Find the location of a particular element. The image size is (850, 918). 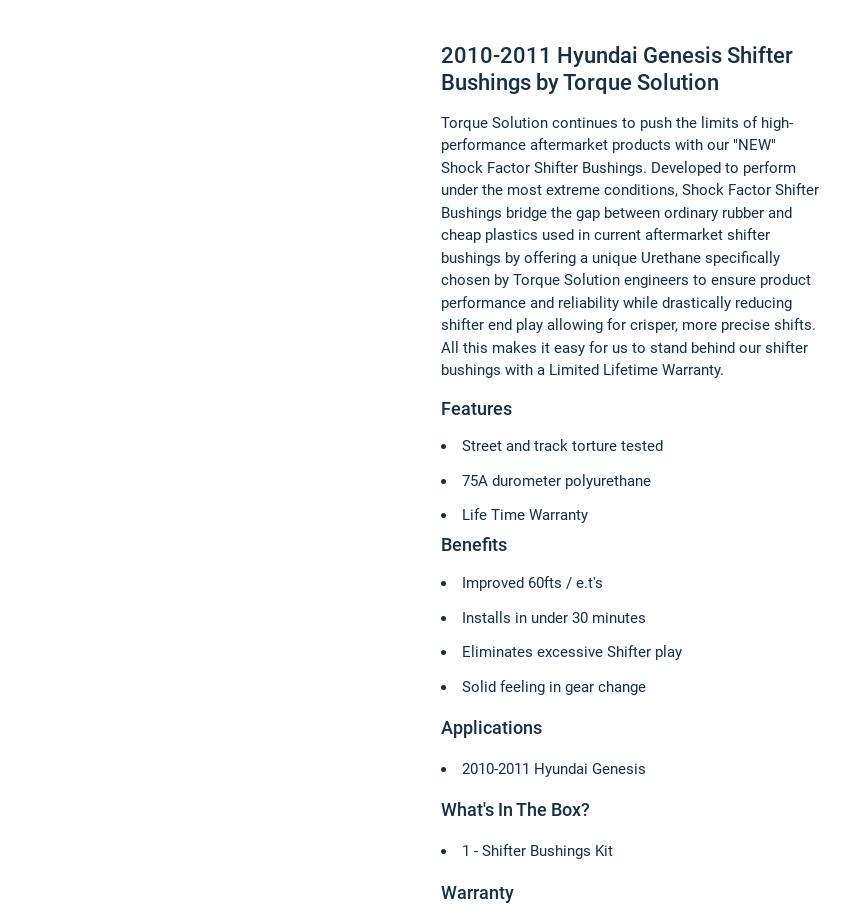

'Features' is located at coordinates (439, 406).